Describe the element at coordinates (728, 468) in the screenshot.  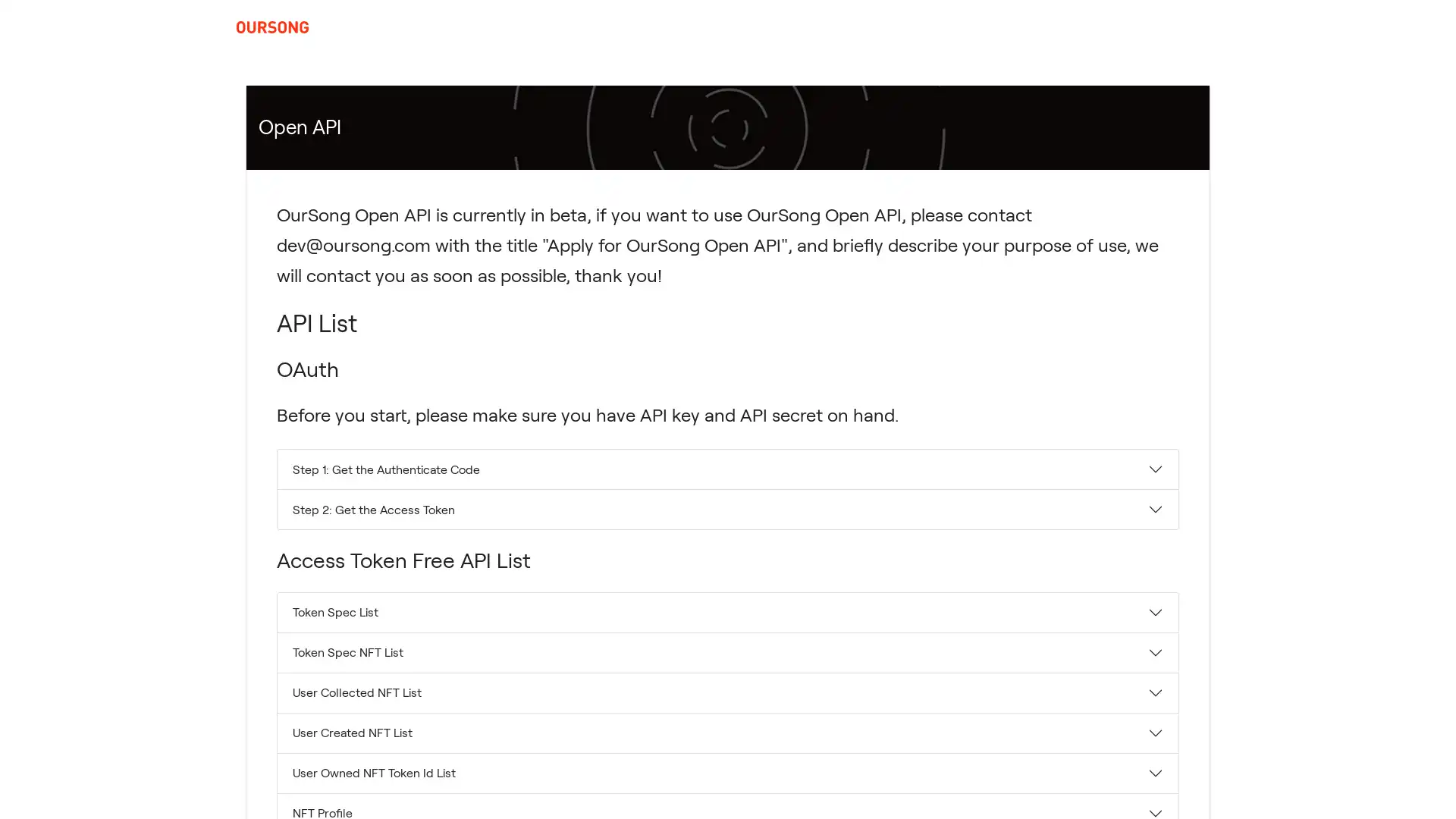
I see `Step 1: Get the Authenticate Code` at that location.